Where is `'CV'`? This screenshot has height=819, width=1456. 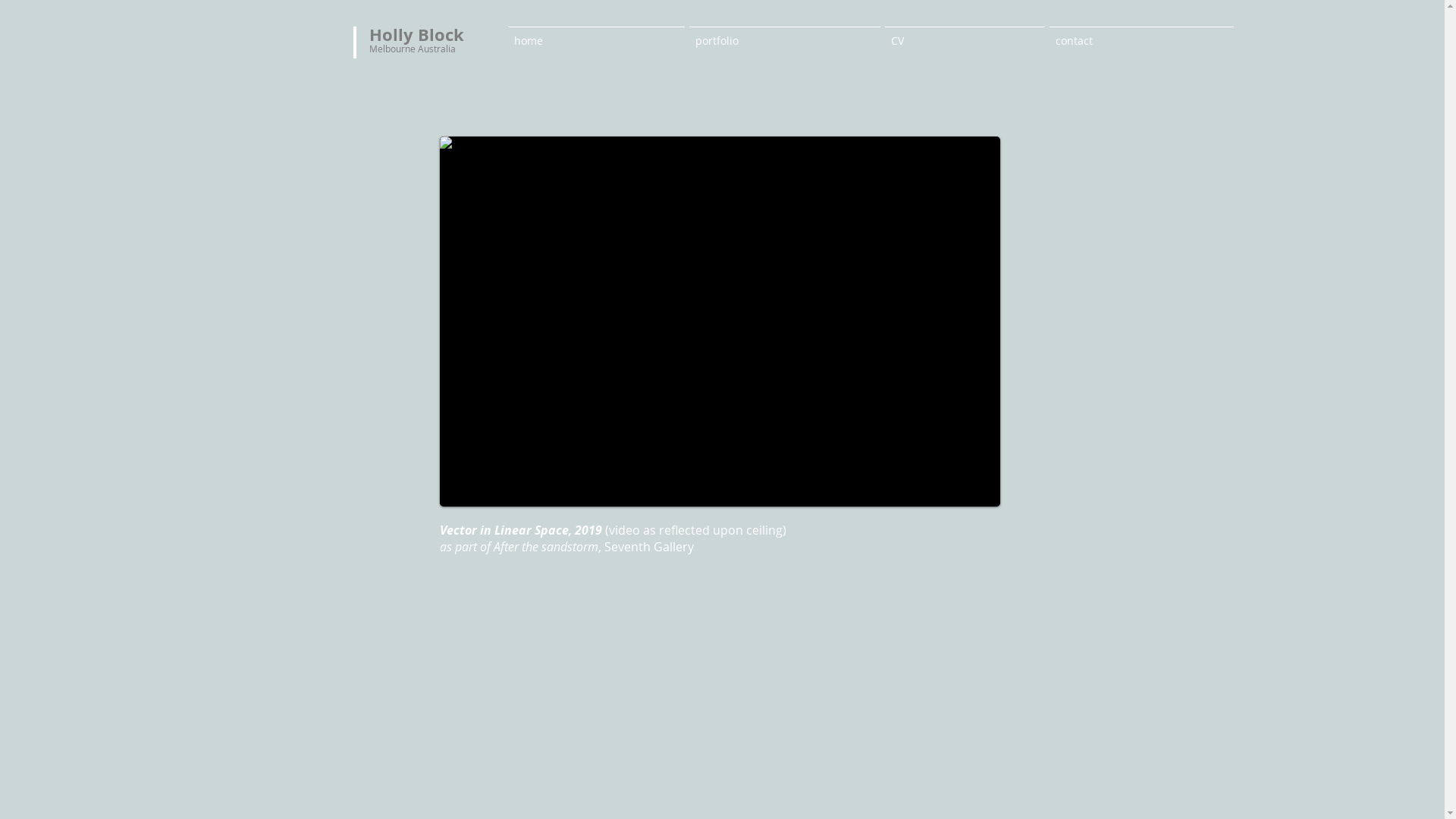 'CV' is located at coordinates (964, 33).